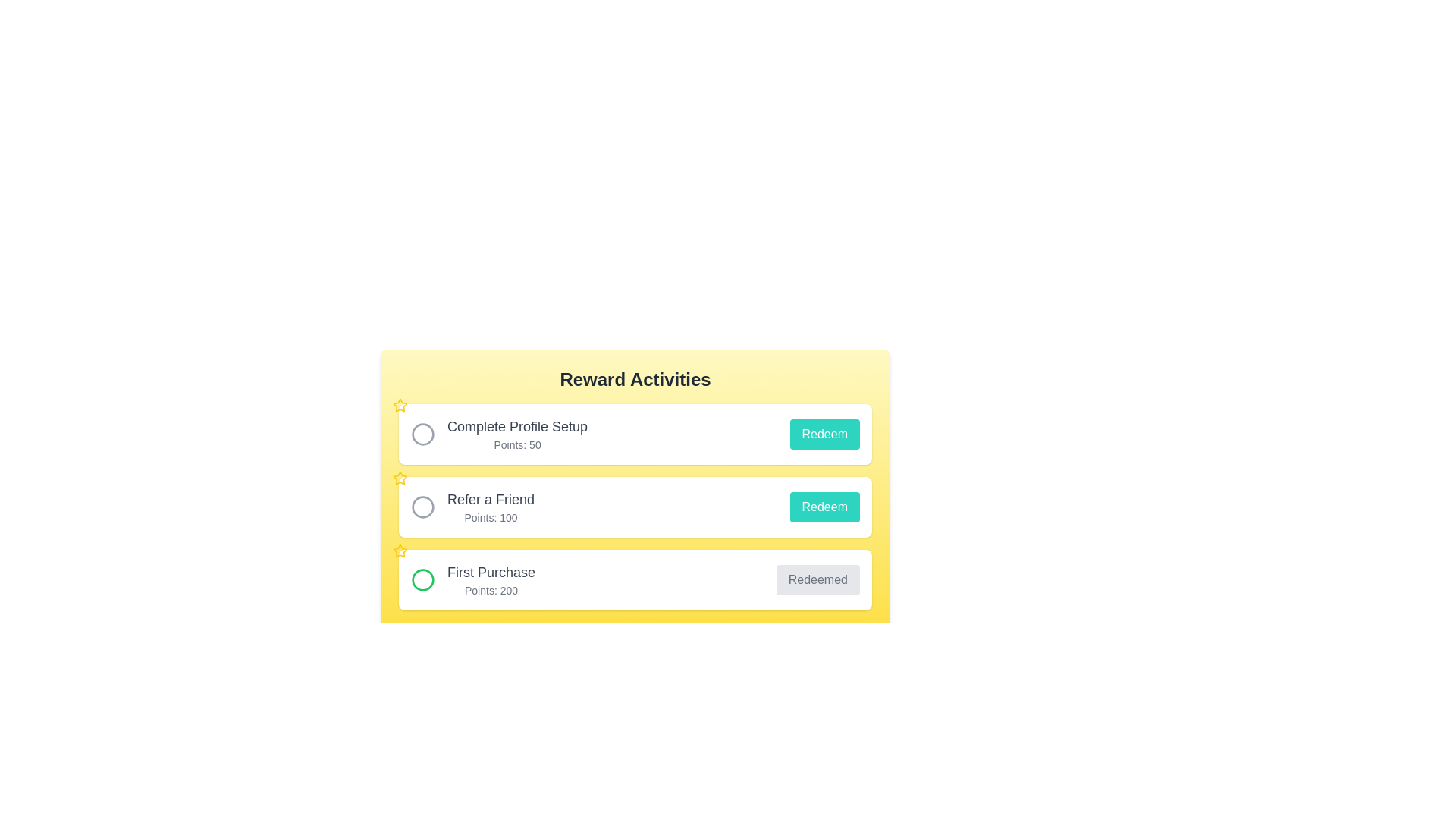  Describe the element at coordinates (824, 435) in the screenshot. I see `'Redeem' button for the reward titled 'Complete Profile Setup'` at that location.